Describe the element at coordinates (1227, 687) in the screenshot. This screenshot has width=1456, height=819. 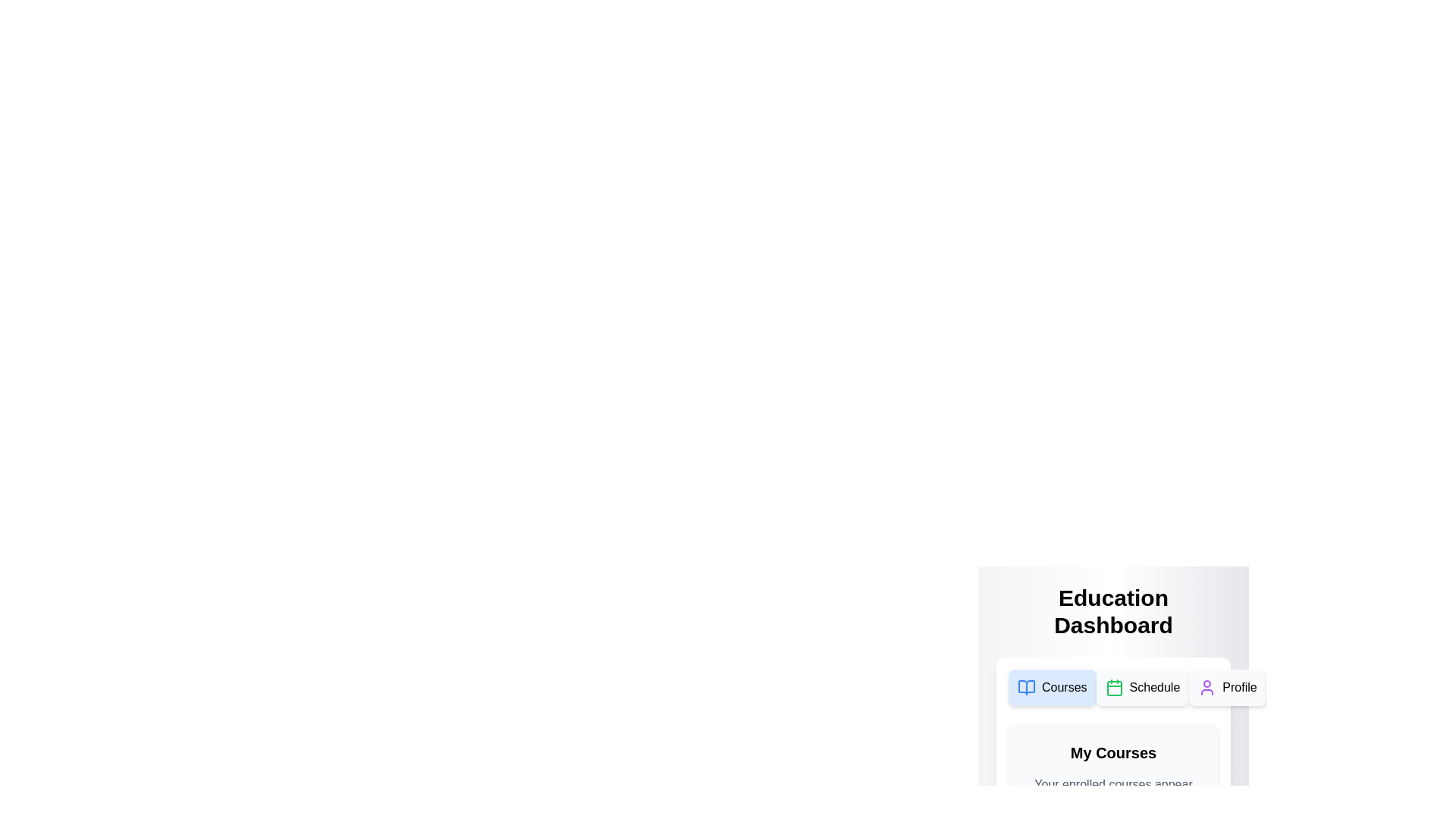
I see `the navigation button on the far right side of the horizontal row below the 'Education Dashboard' heading` at that location.